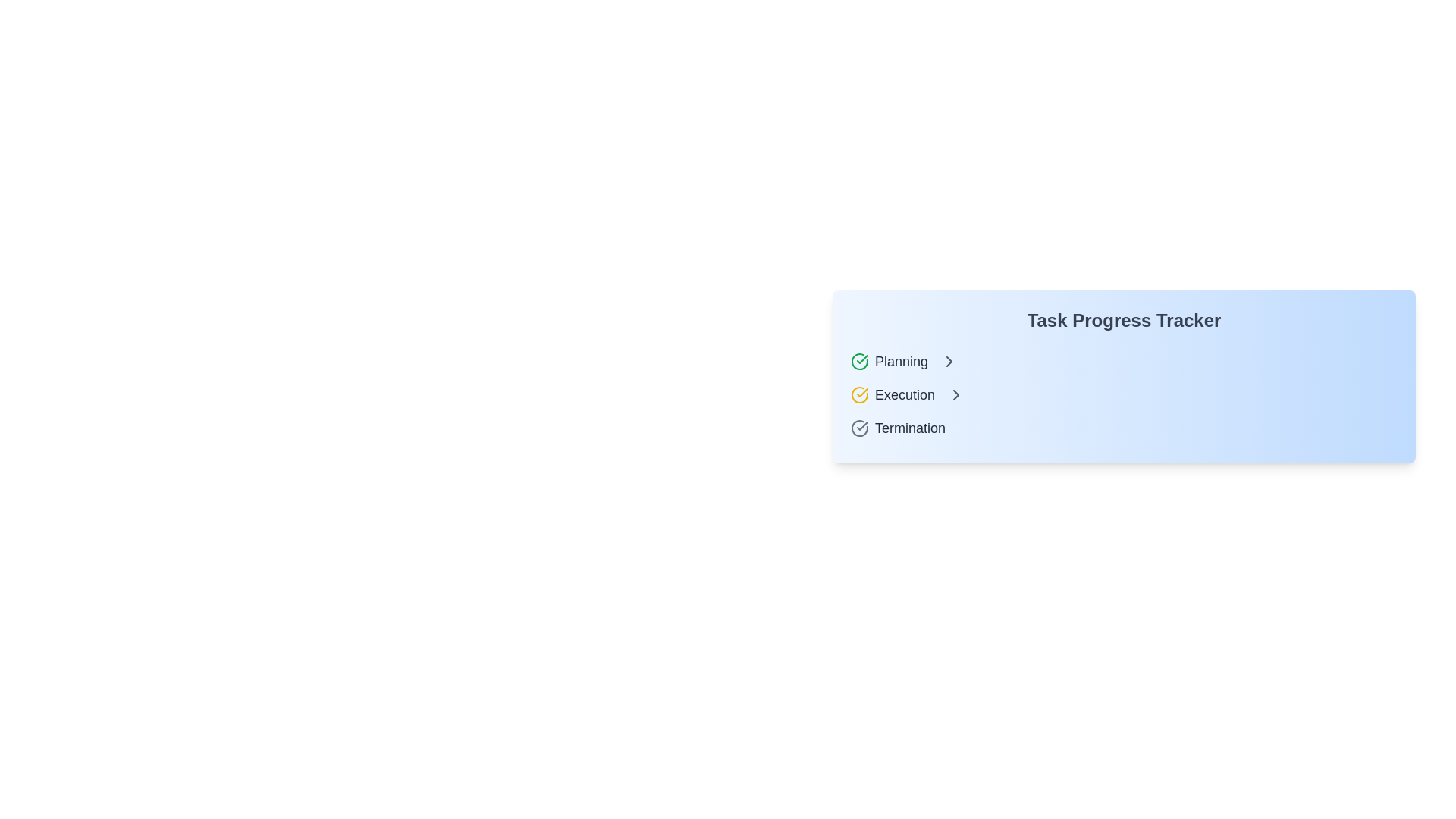 Image resolution: width=1456 pixels, height=819 pixels. What do you see at coordinates (859, 394) in the screenshot?
I see `the visual styling of the circular icon with a checkmark, which is the leftmost icon next to the 'Execution' label in the task tracker` at bounding box center [859, 394].